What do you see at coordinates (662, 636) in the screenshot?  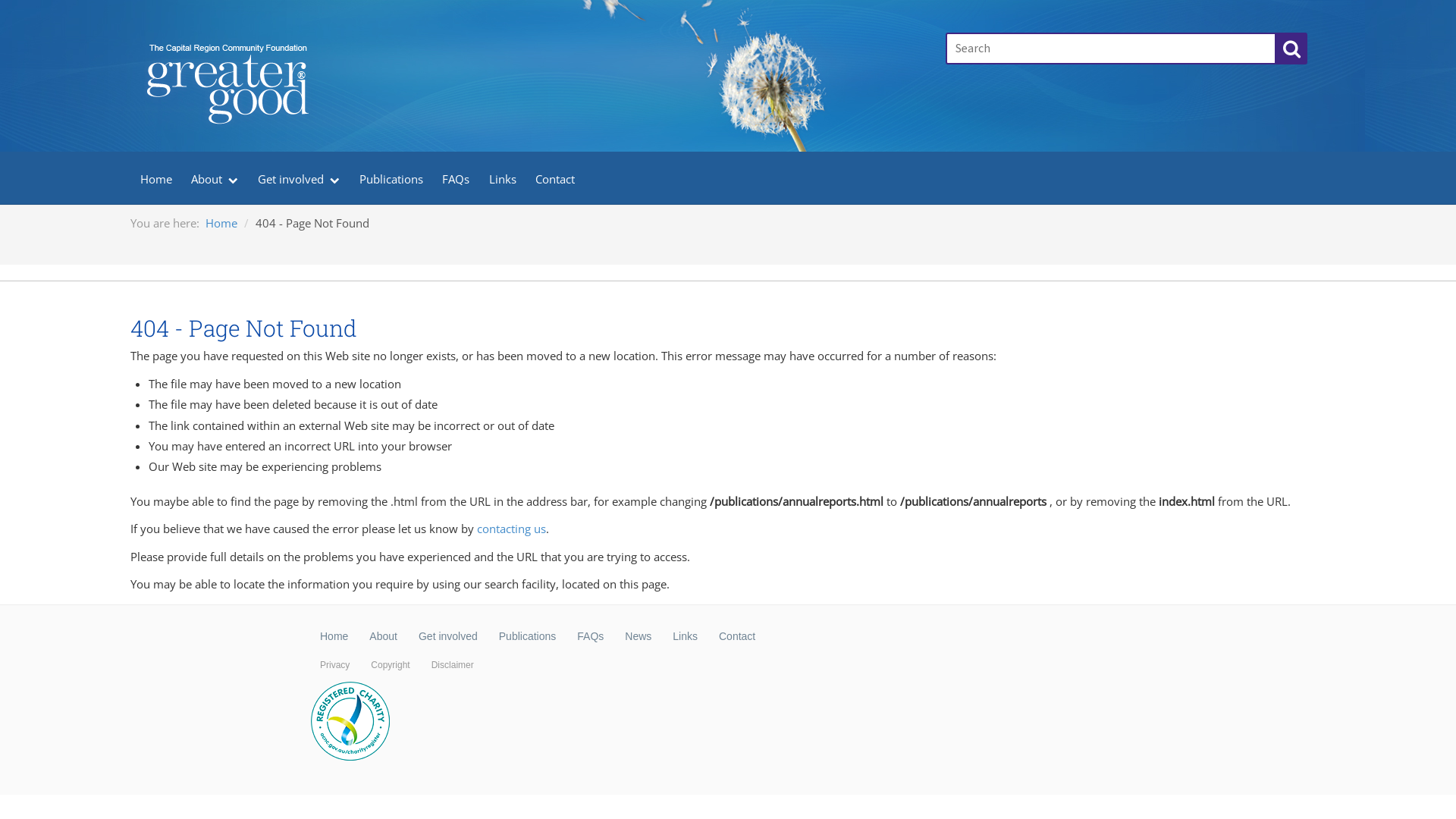 I see `'Links'` at bounding box center [662, 636].